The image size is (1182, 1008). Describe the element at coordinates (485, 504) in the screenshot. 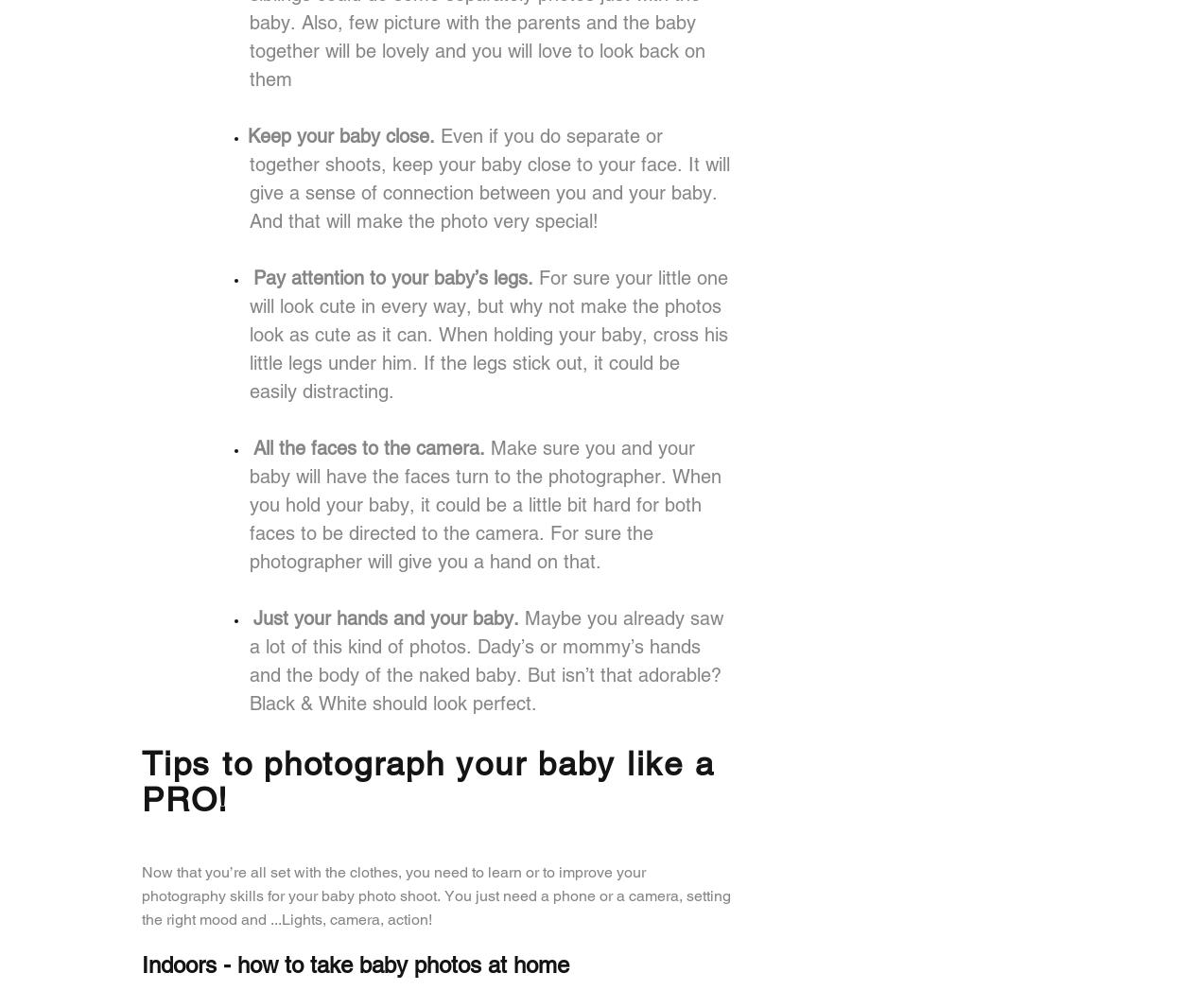

I see `'Make sure you and your baby will have the faces turn to the photographer. When you hold your baby, it could be a little bit hard for both faces to be directed to the camera. For sure the photographer will give you a hand on that.'` at that location.